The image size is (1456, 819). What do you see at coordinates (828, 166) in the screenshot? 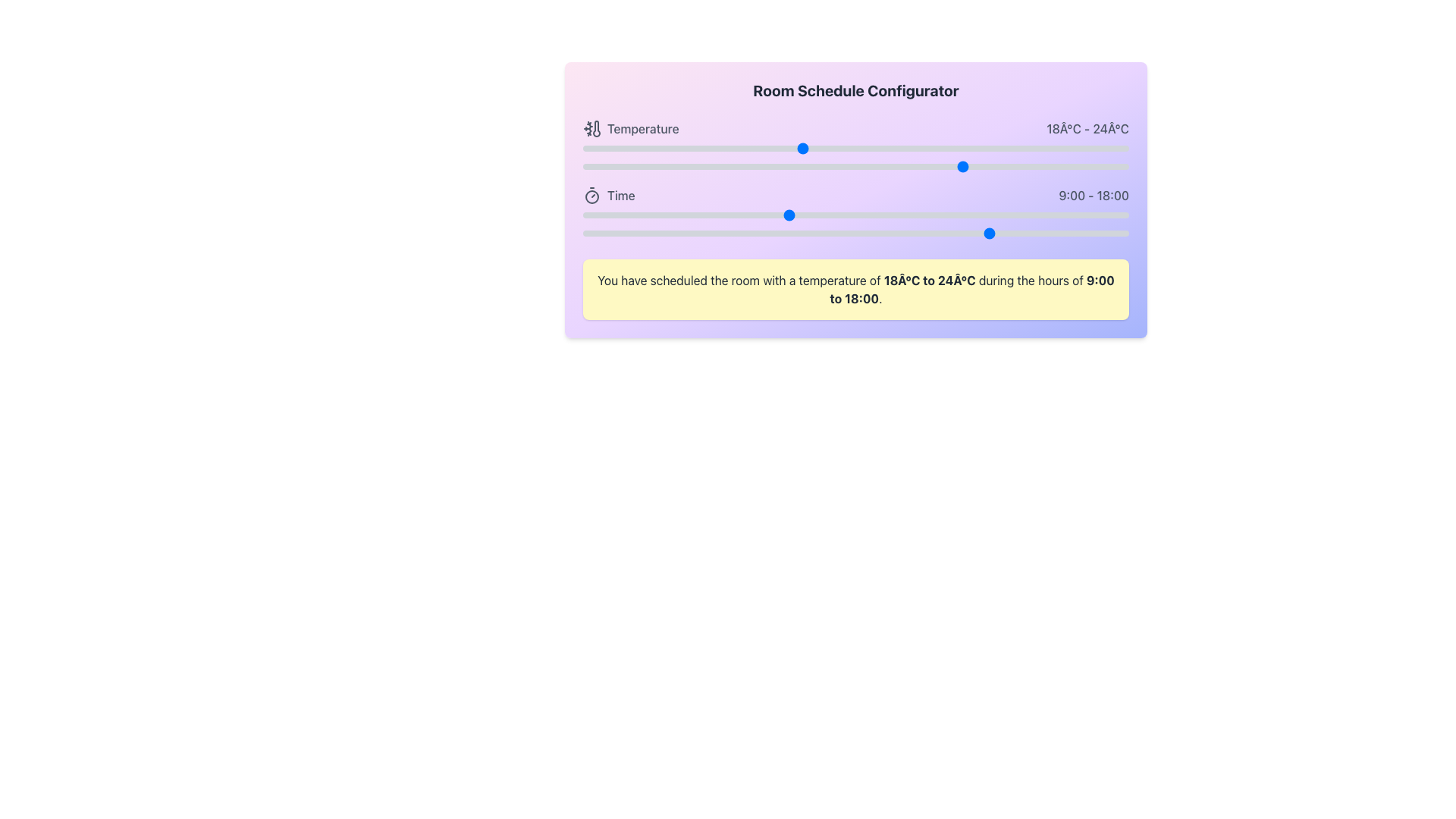
I see `the slider value` at bounding box center [828, 166].